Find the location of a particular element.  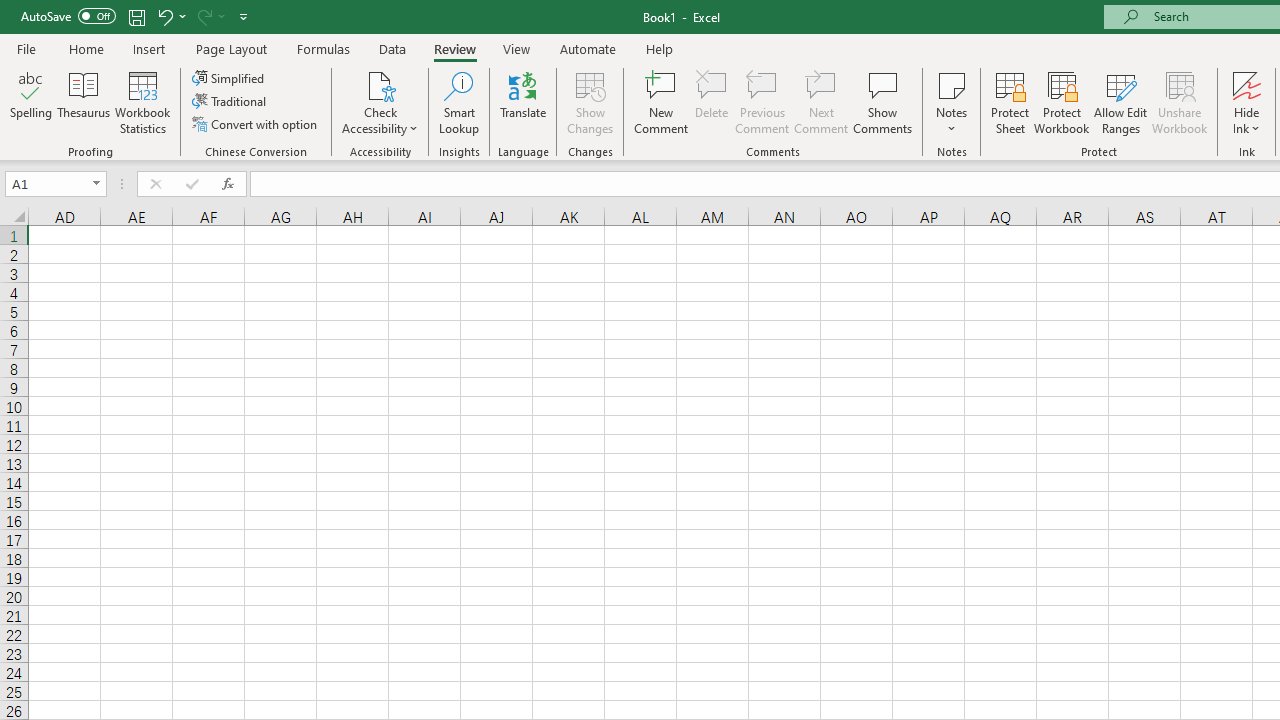

'Simplified' is located at coordinates (230, 77).